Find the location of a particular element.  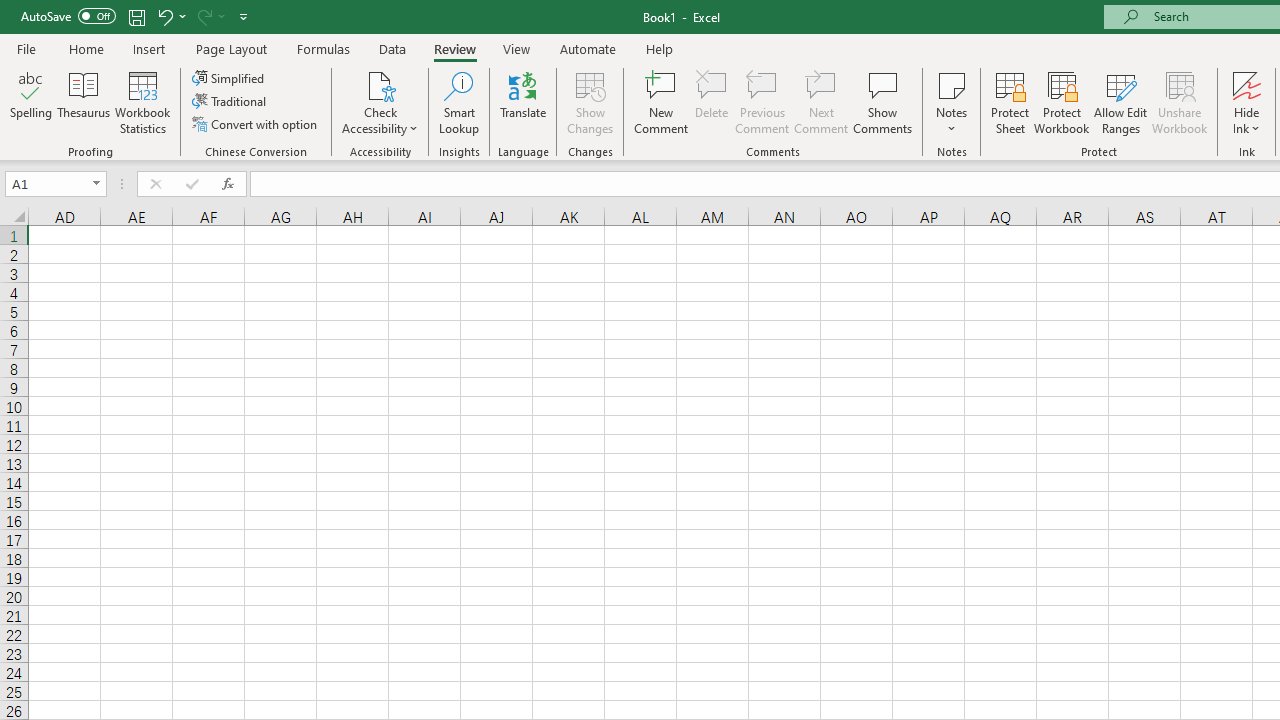

'Simplified' is located at coordinates (230, 77).